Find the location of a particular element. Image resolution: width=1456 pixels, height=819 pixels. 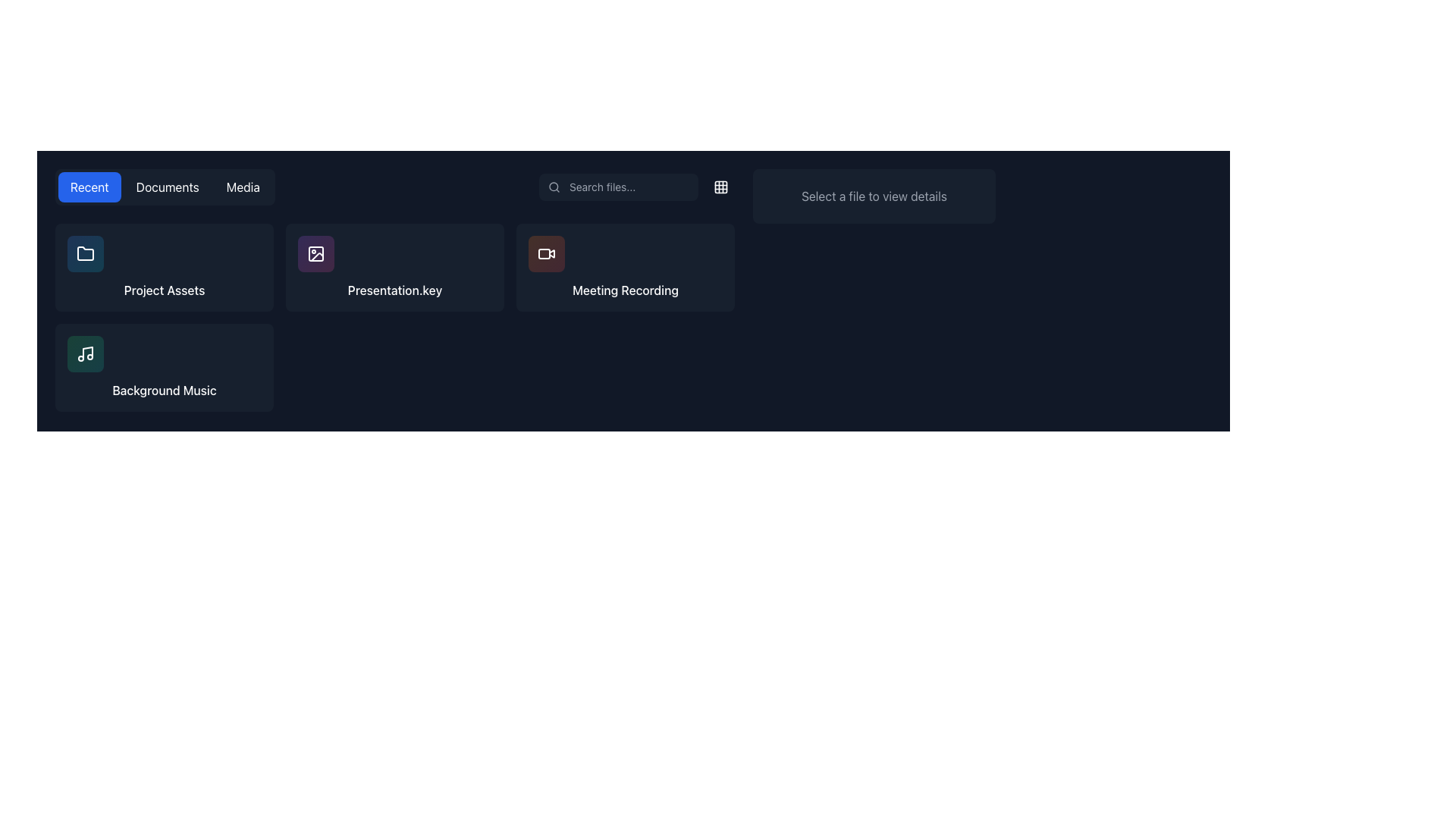

the 'Documents' tab within the navigation tab group is located at coordinates (165, 186).